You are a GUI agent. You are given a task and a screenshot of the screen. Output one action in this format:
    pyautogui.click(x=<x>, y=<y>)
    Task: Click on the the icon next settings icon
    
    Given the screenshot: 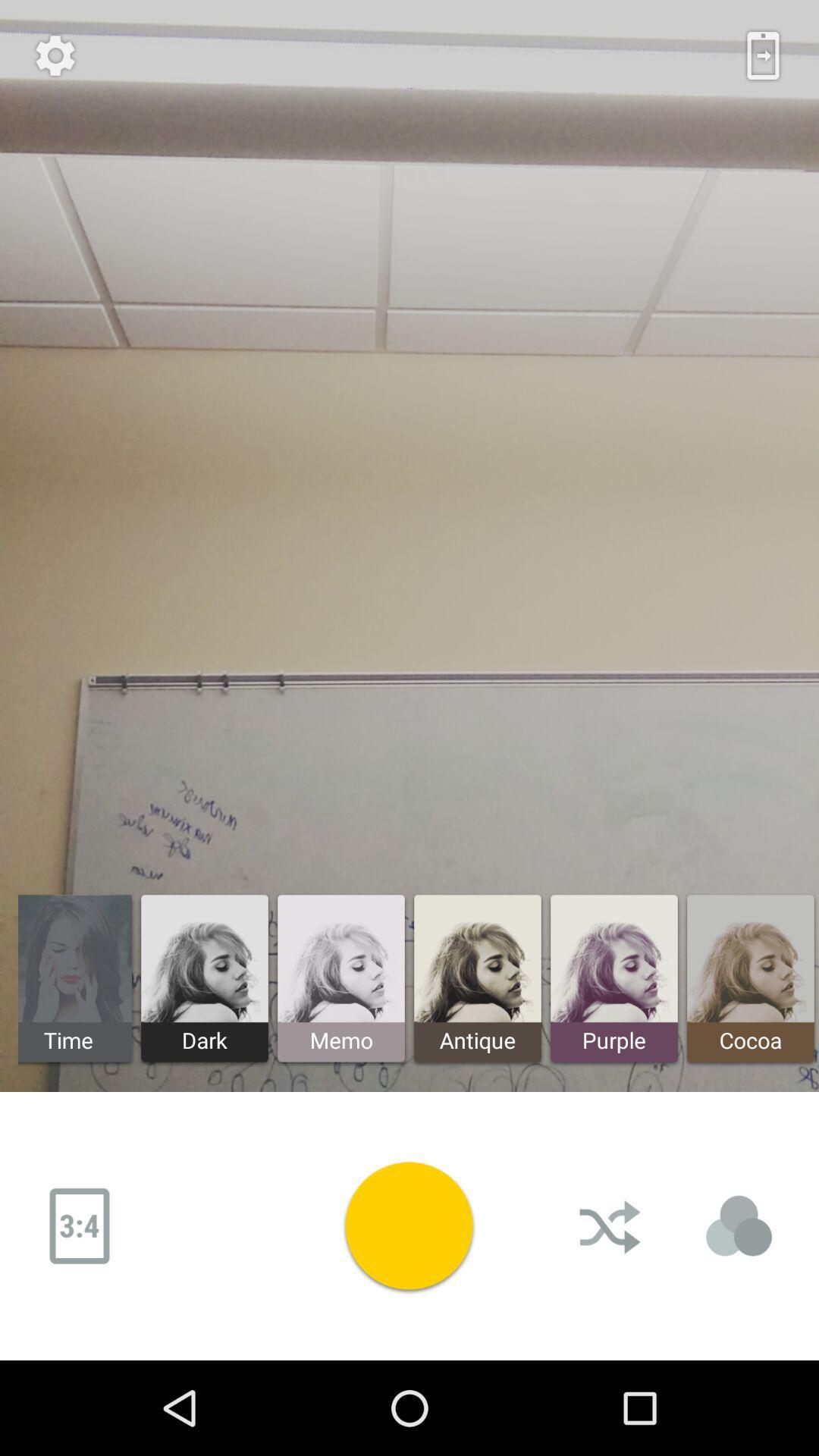 What is the action you would take?
    pyautogui.click(x=763, y=55)
    